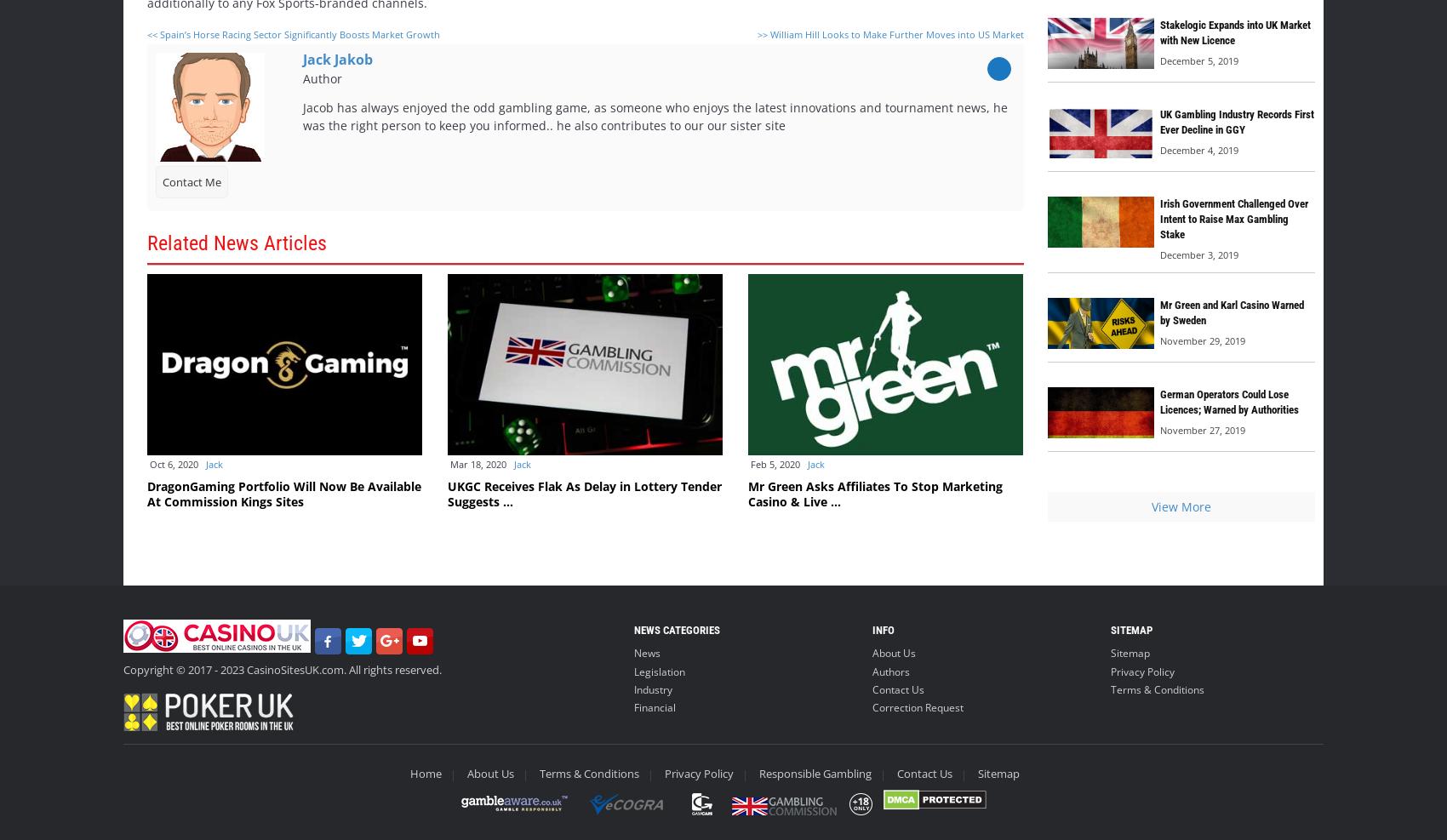 This screenshot has width=1447, height=840. Describe the element at coordinates (447, 463) in the screenshot. I see `'Mar 18, 2020'` at that location.